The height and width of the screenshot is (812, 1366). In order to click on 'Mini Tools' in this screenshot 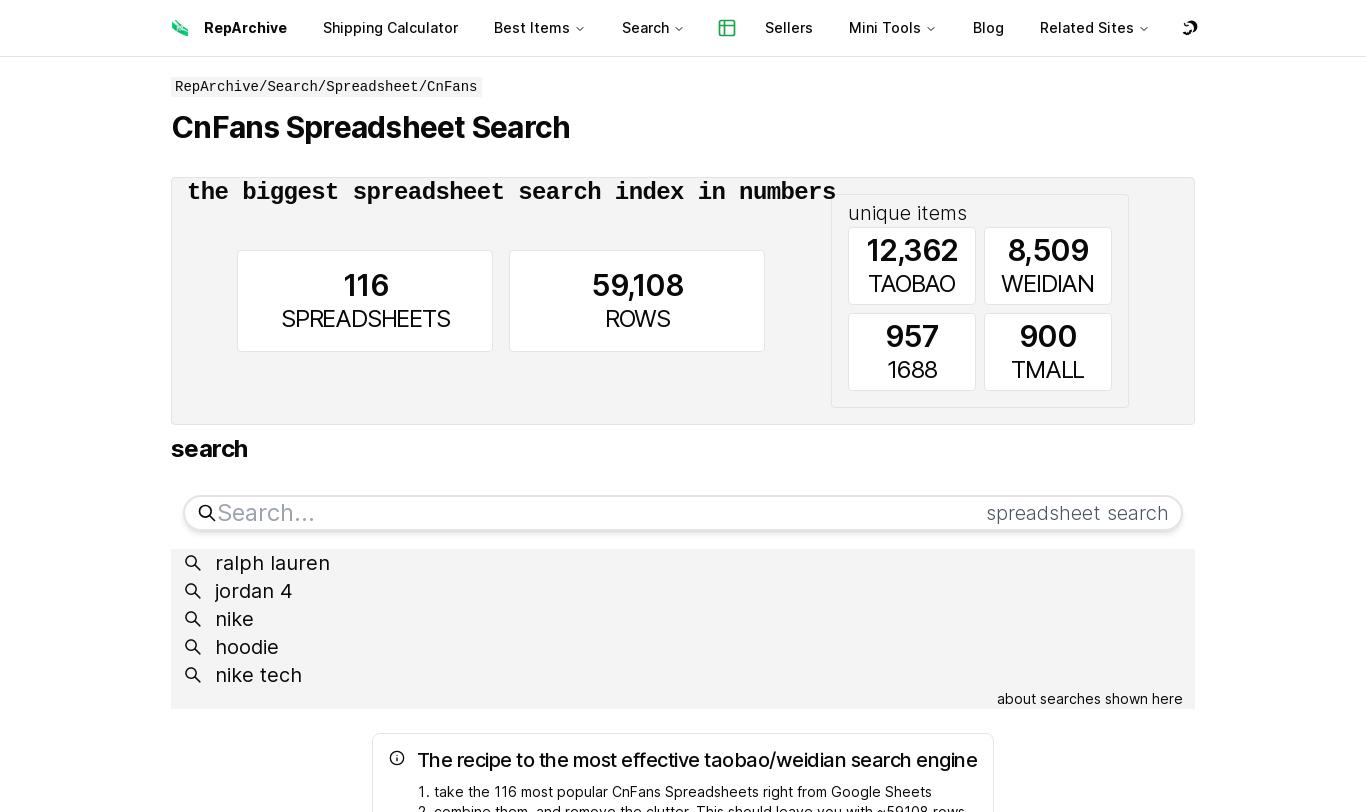, I will do `click(884, 27)`.